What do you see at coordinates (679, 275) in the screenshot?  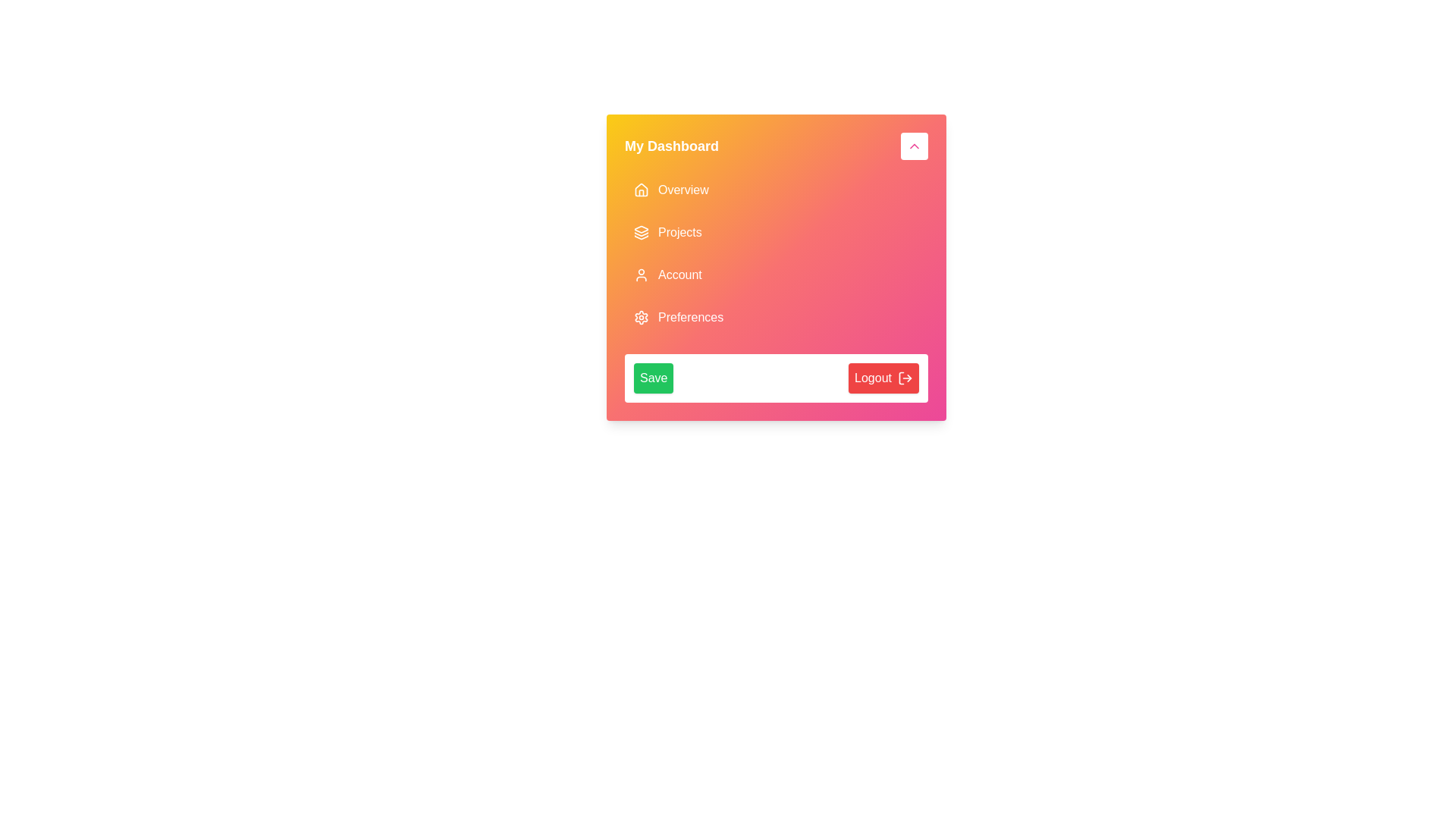 I see `'Account' text label, which is displayed in white font against an orange gradient background, positioned as the third item in the vertical navigation menu on the left side of the interface` at bounding box center [679, 275].